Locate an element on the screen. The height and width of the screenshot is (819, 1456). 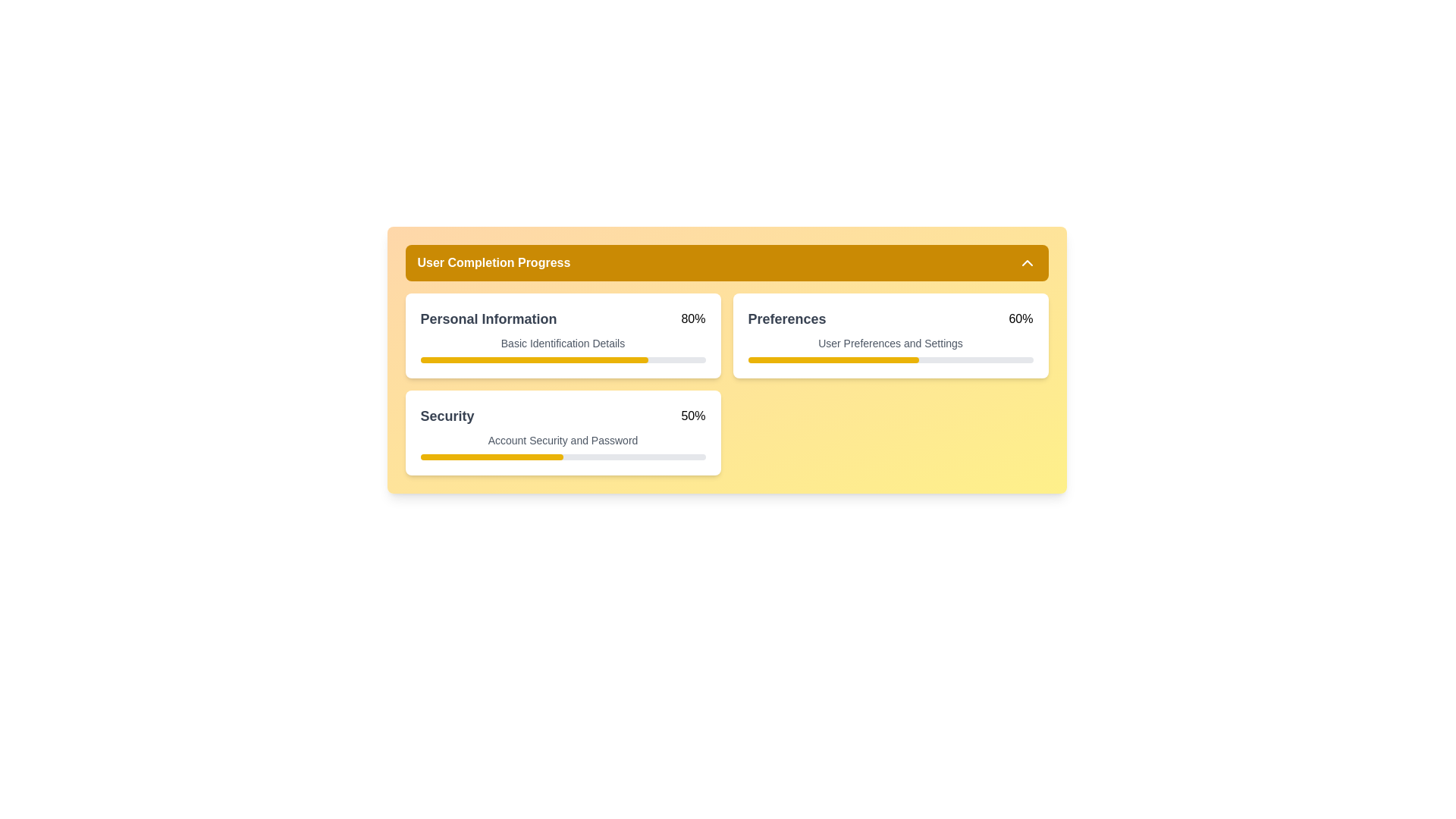
text content of the 'Security' label, which is a bold, grayish text positioned under the 'User Completion Progress' section is located at coordinates (447, 416).